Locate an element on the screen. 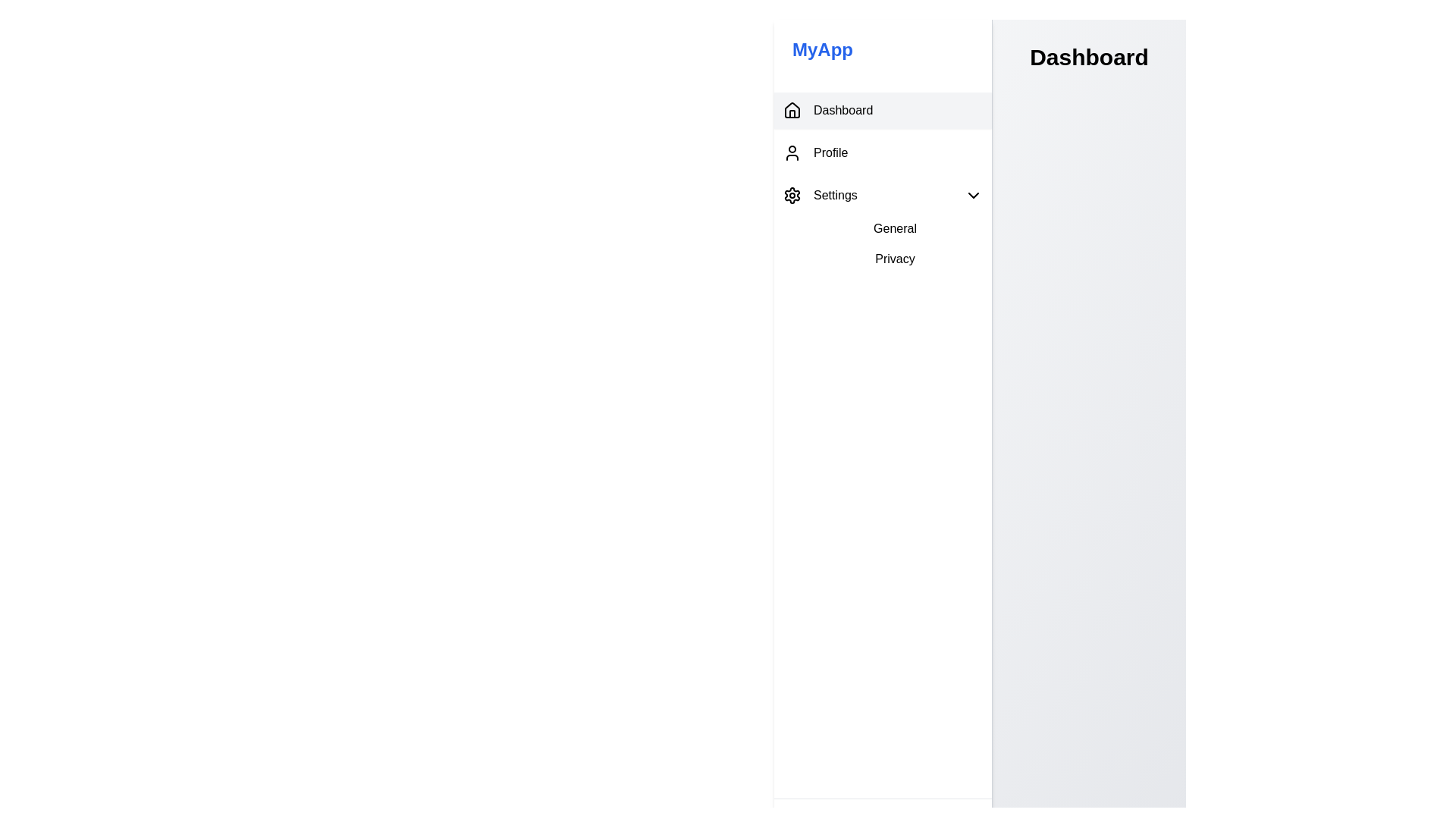  the cogwheel icon located in the left-side navigation menu under the 'Profile' section is located at coordinates (792, 195).